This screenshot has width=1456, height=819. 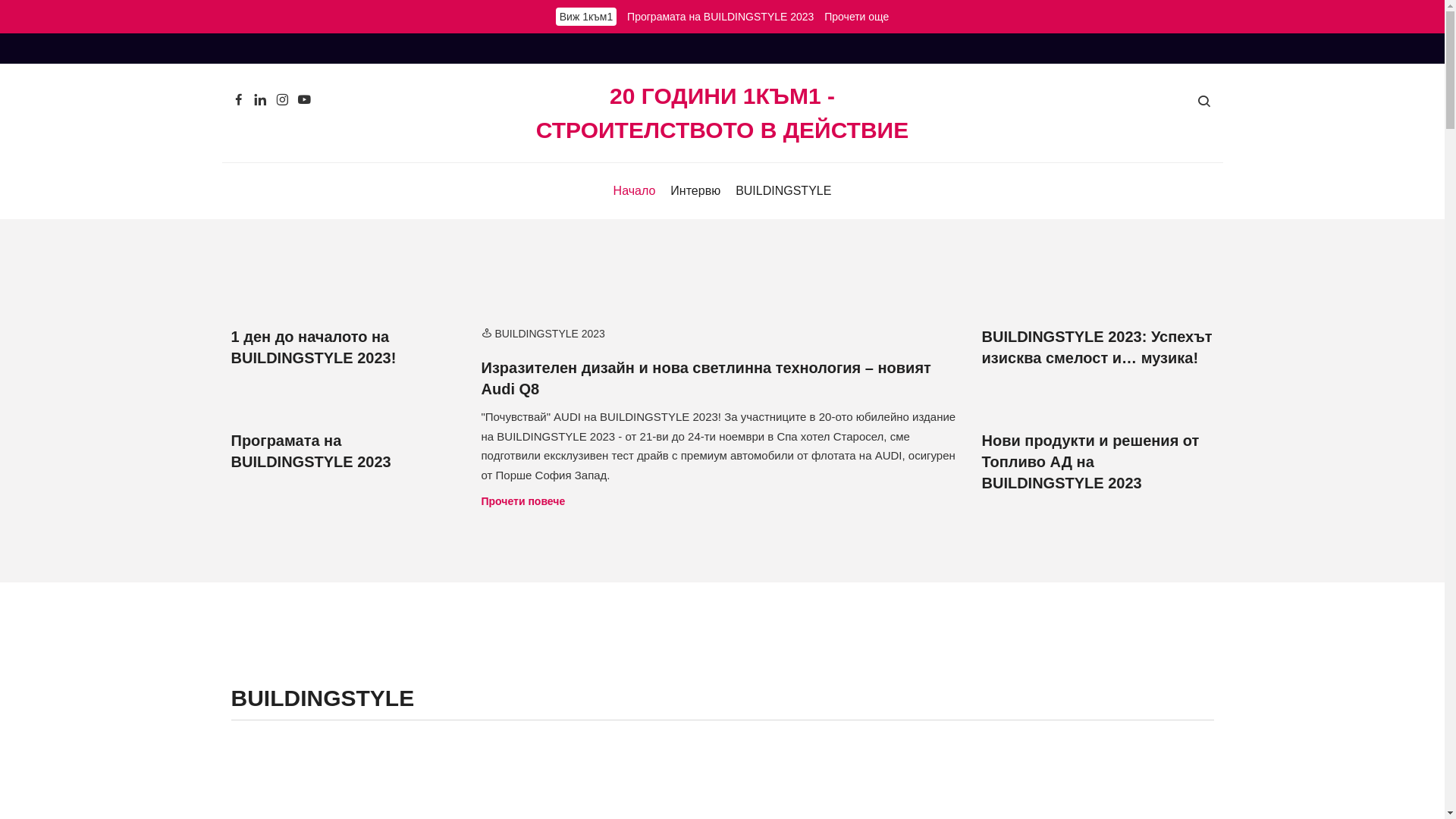 What do you see at coordinates (783, 190) in the screenshot?
I see `'BUILDINGSTYLE'` at bounding box center [783, 190].